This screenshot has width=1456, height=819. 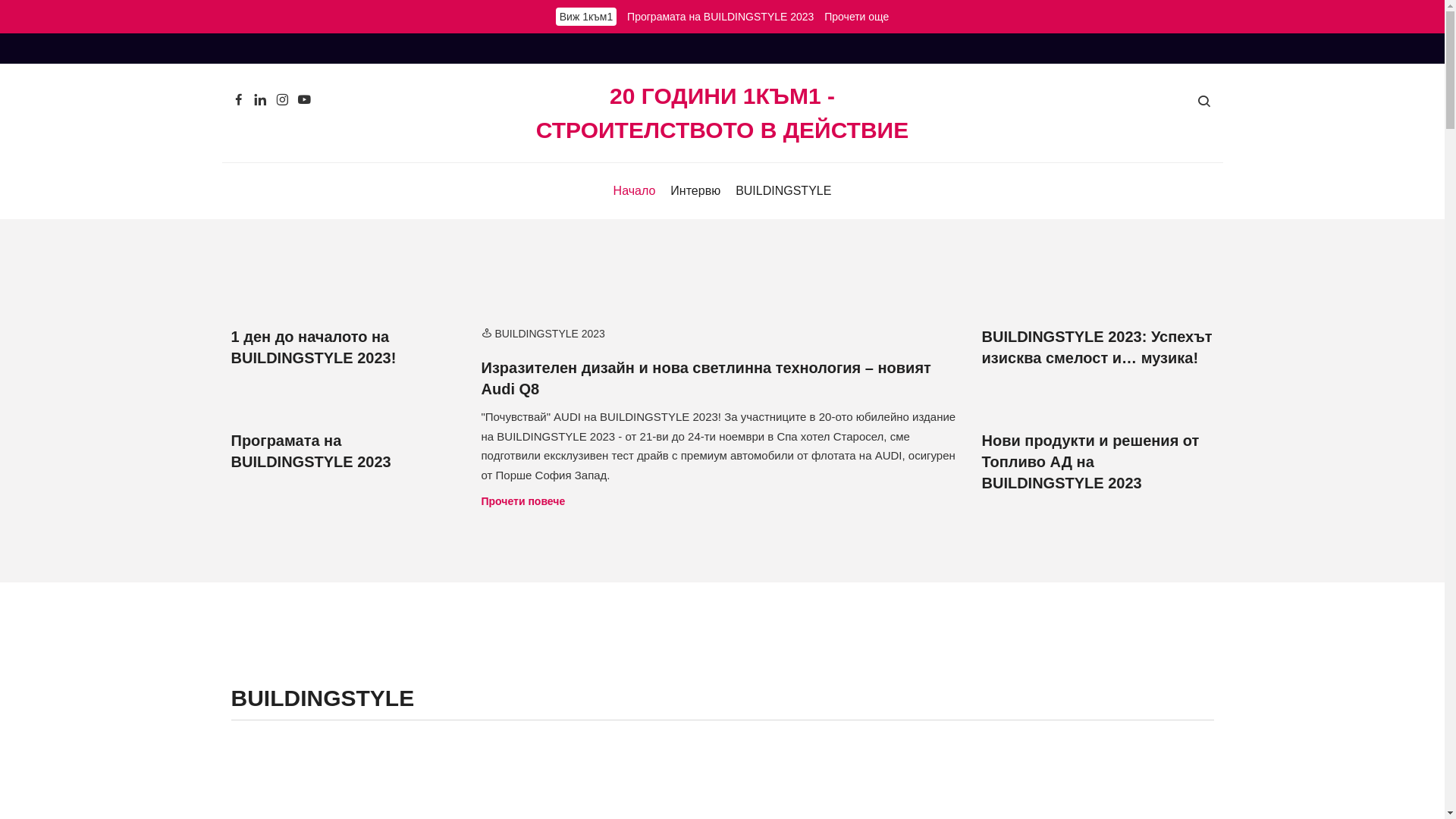 What do you see at coordinates (783, 190) in the screenshot?
I see `'BUILDINGSTYLE'` at bounding box center [783, 190].